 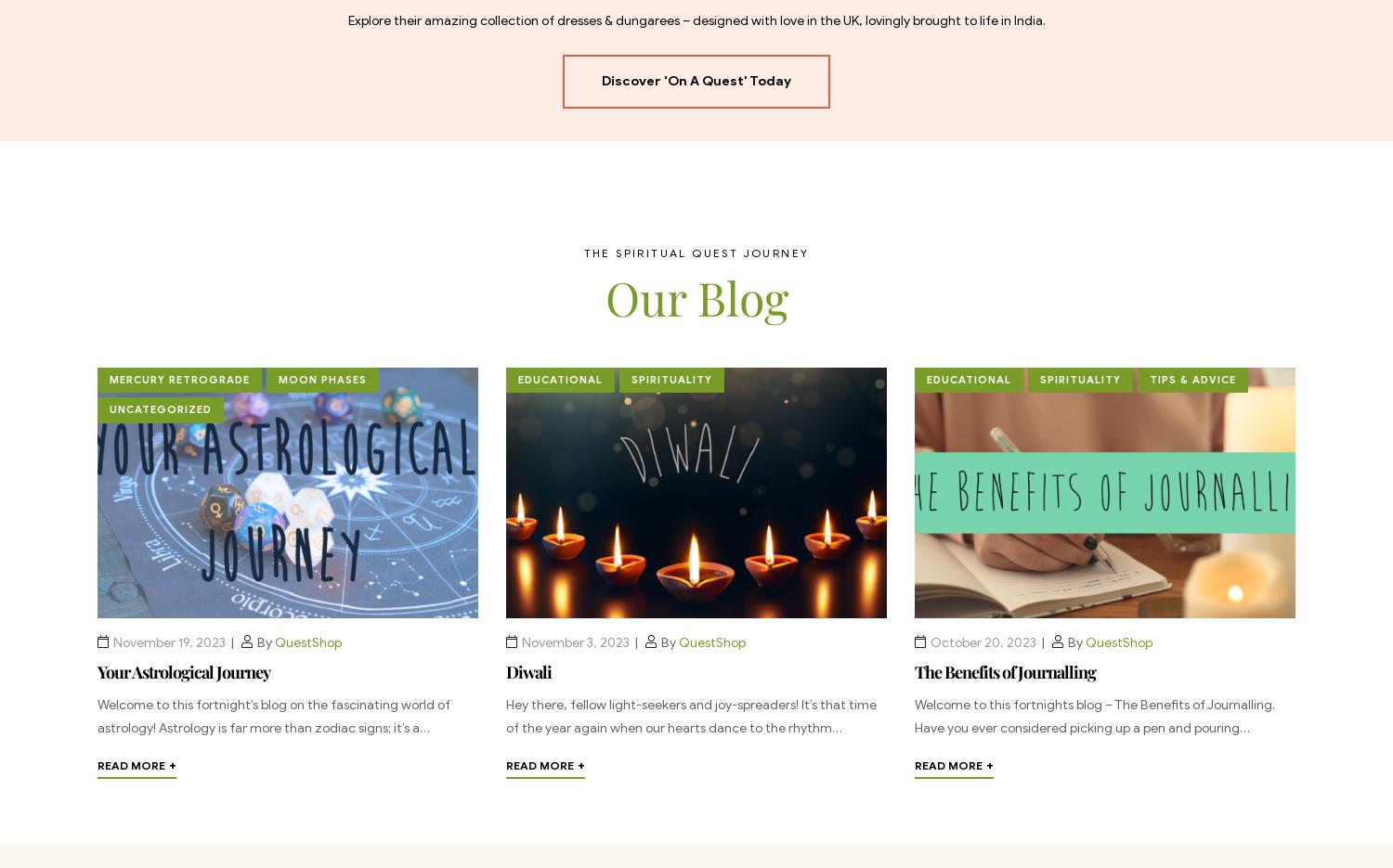 I want to click on 'November 3, 2023', so click(x=574, y=641).